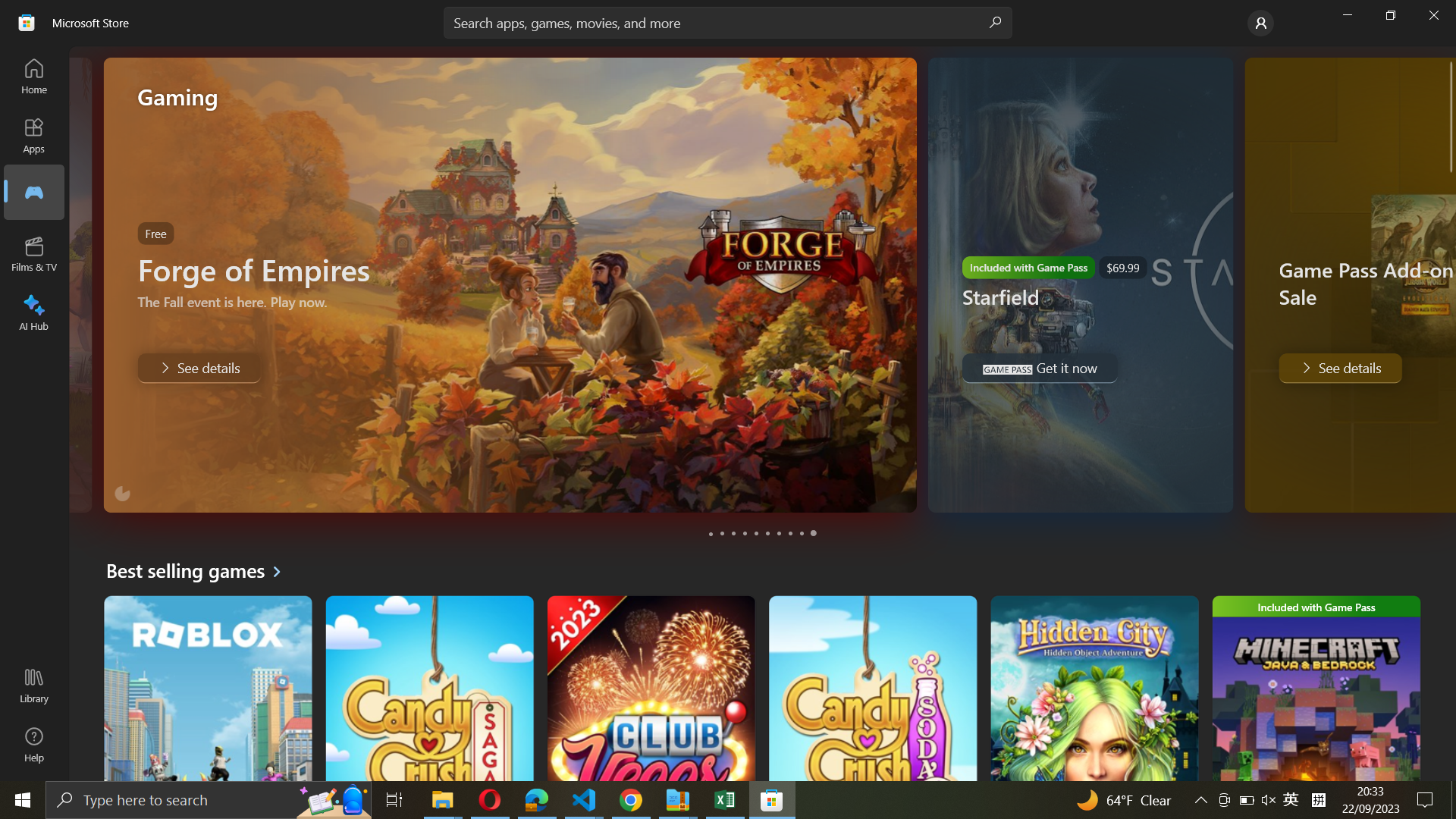  Describe the element at coordinates (199, 570) in the screenshot. I see `top-selling games` at that location.